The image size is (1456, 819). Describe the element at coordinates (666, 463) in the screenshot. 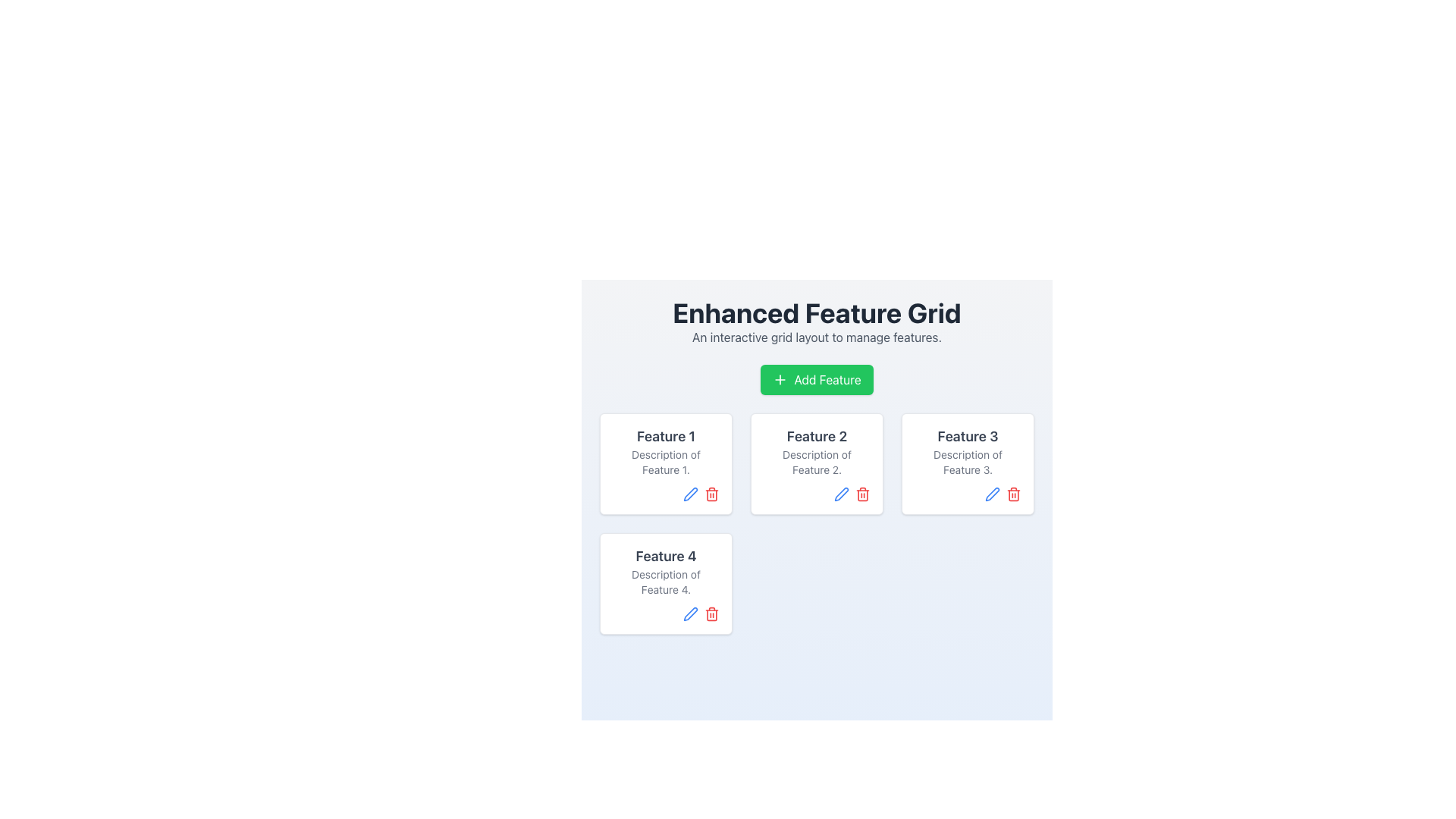

I see `and drop the first List item card in the grid layout` at that location.